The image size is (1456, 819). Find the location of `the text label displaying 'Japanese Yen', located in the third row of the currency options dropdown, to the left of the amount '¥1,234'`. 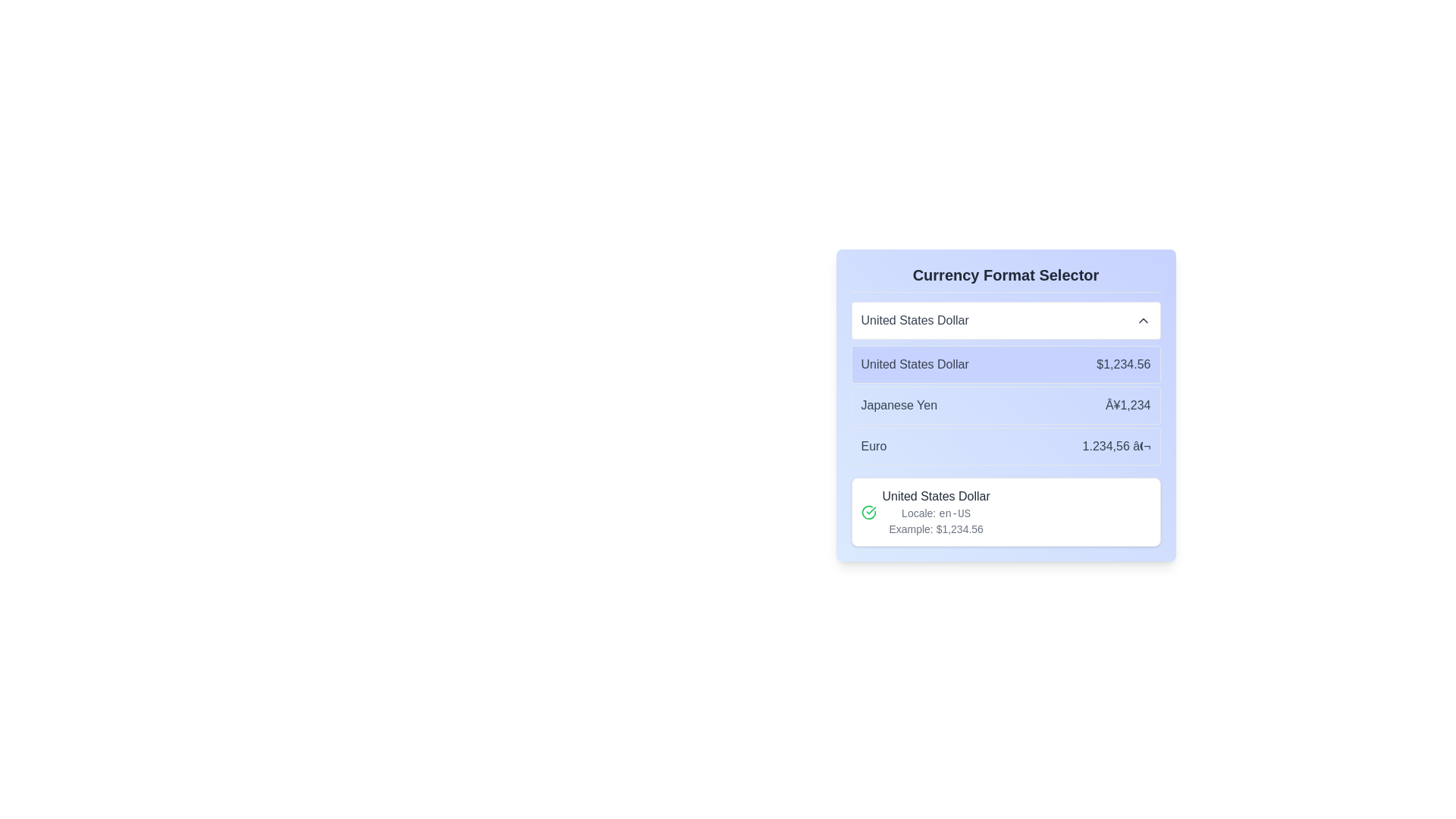

the text label displaying 'Japanese Yen', located in the third row of the currency options dropdown, to the left of the amount '¥1,234' is located at coordinates (899, 405).